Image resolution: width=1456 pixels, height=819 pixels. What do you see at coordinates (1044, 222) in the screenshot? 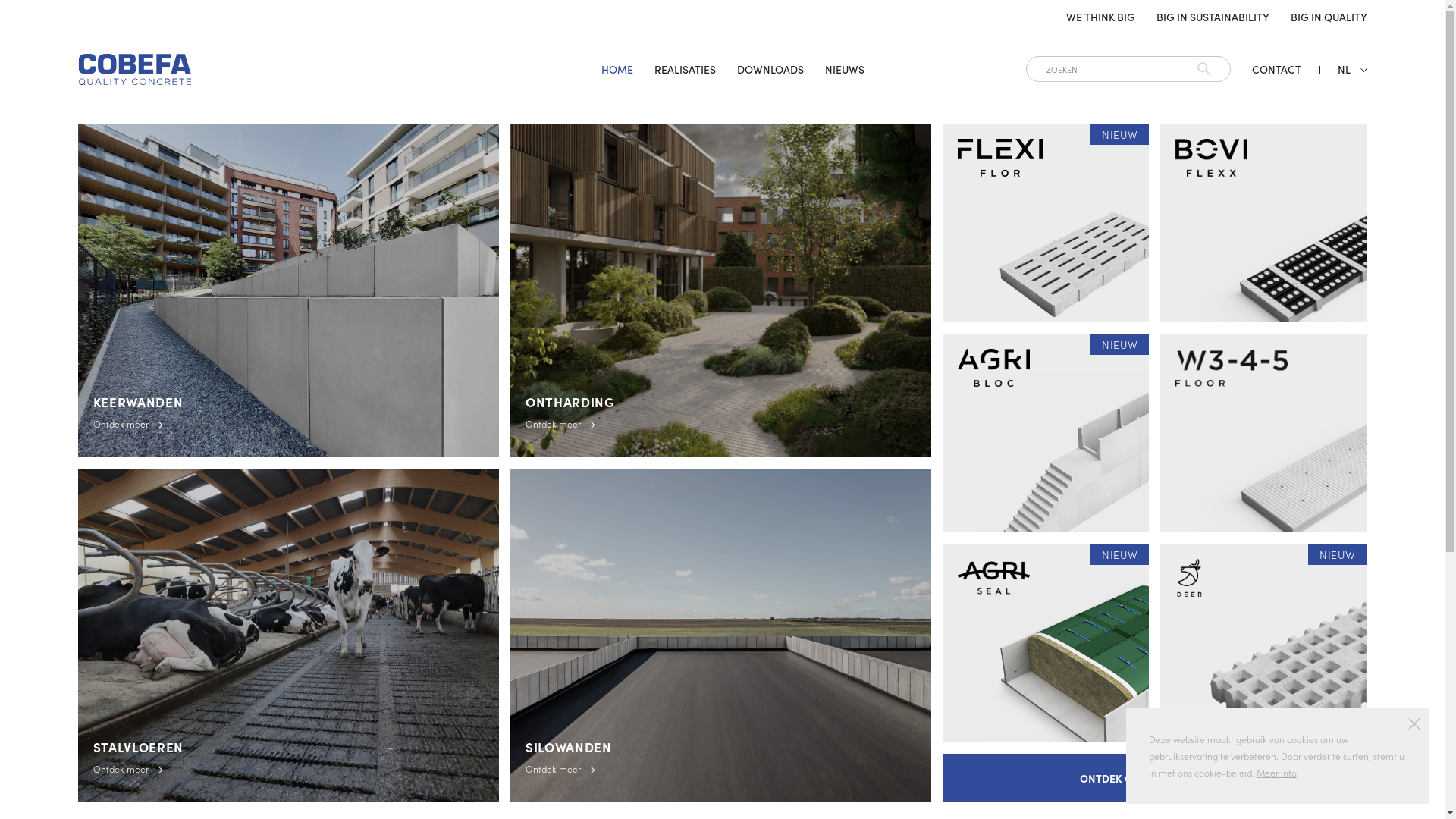
I see `'NIEUW'` at bounding box center [1044, 222].